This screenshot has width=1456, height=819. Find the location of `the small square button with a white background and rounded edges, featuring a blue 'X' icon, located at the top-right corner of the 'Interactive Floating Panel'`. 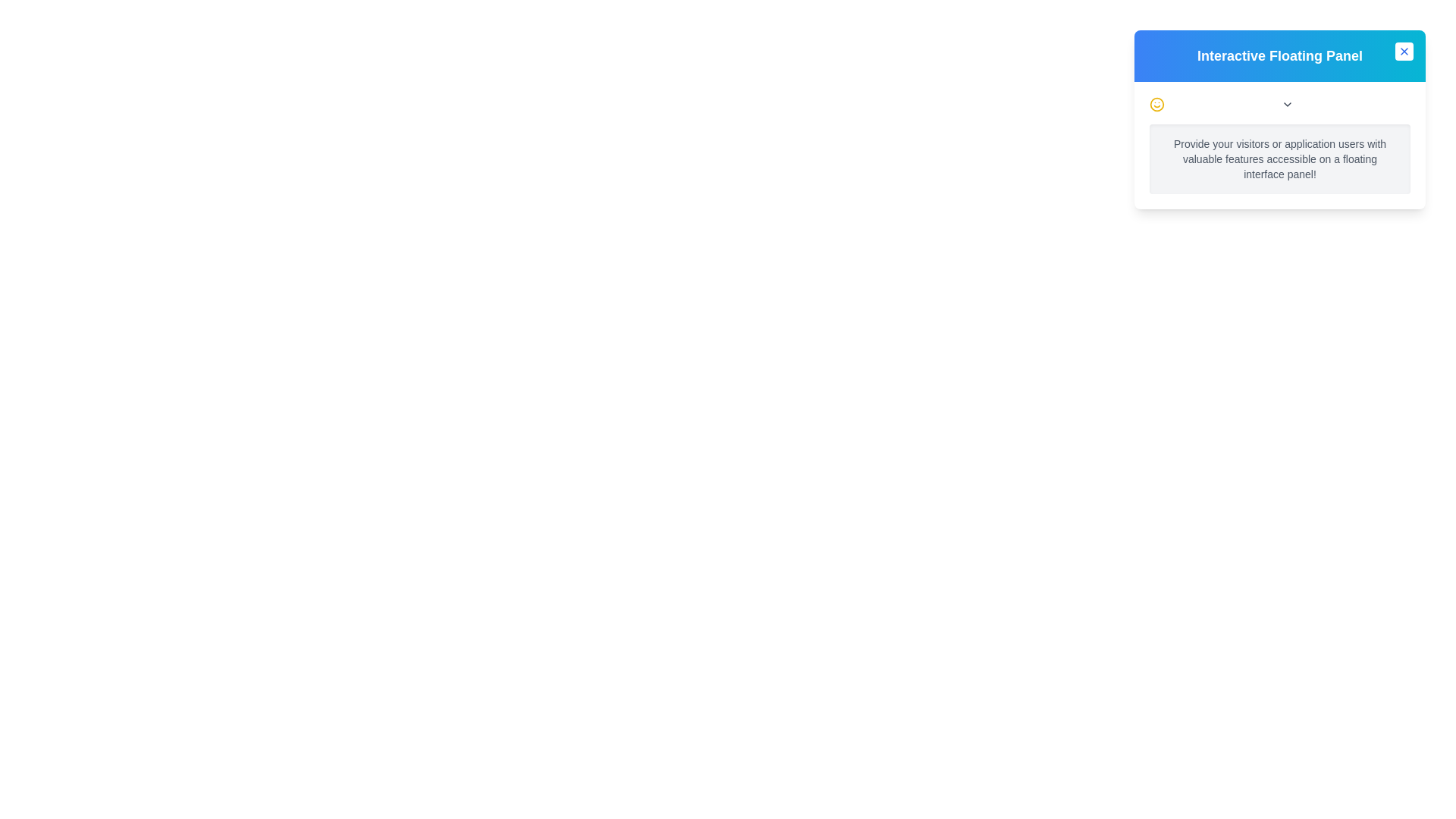

the small square button with a white background and rounded edges, featuring a blue 'X' icon, located at the top-right corner of the 'Interactive Floating Panel' is located at coordinates (1404, 51).